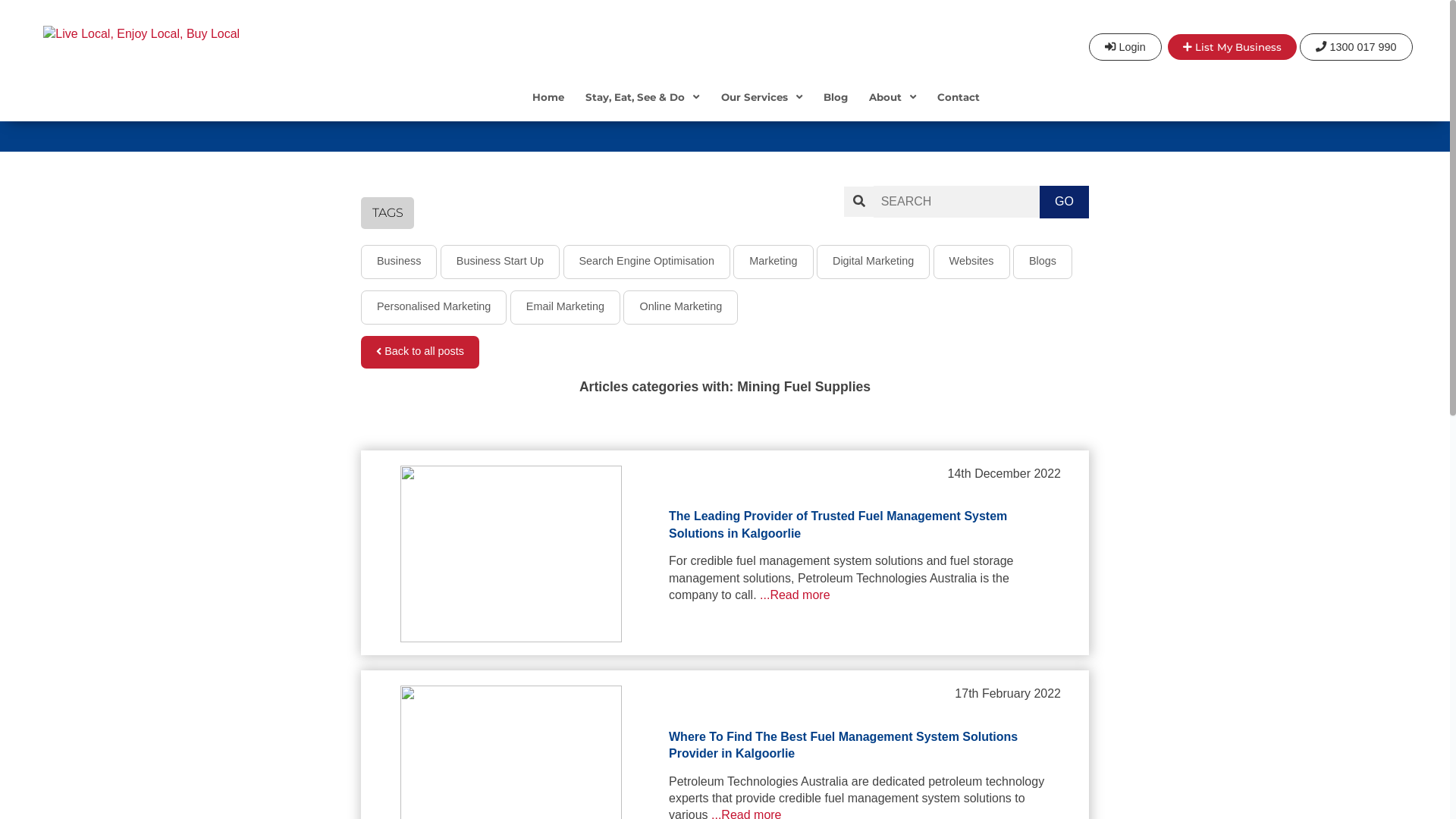 The image size is (1456, 819). What do you see at coordinates (773, 261) in the screenshot?
I see `'Marketing'` at bounding box center [773, 261].